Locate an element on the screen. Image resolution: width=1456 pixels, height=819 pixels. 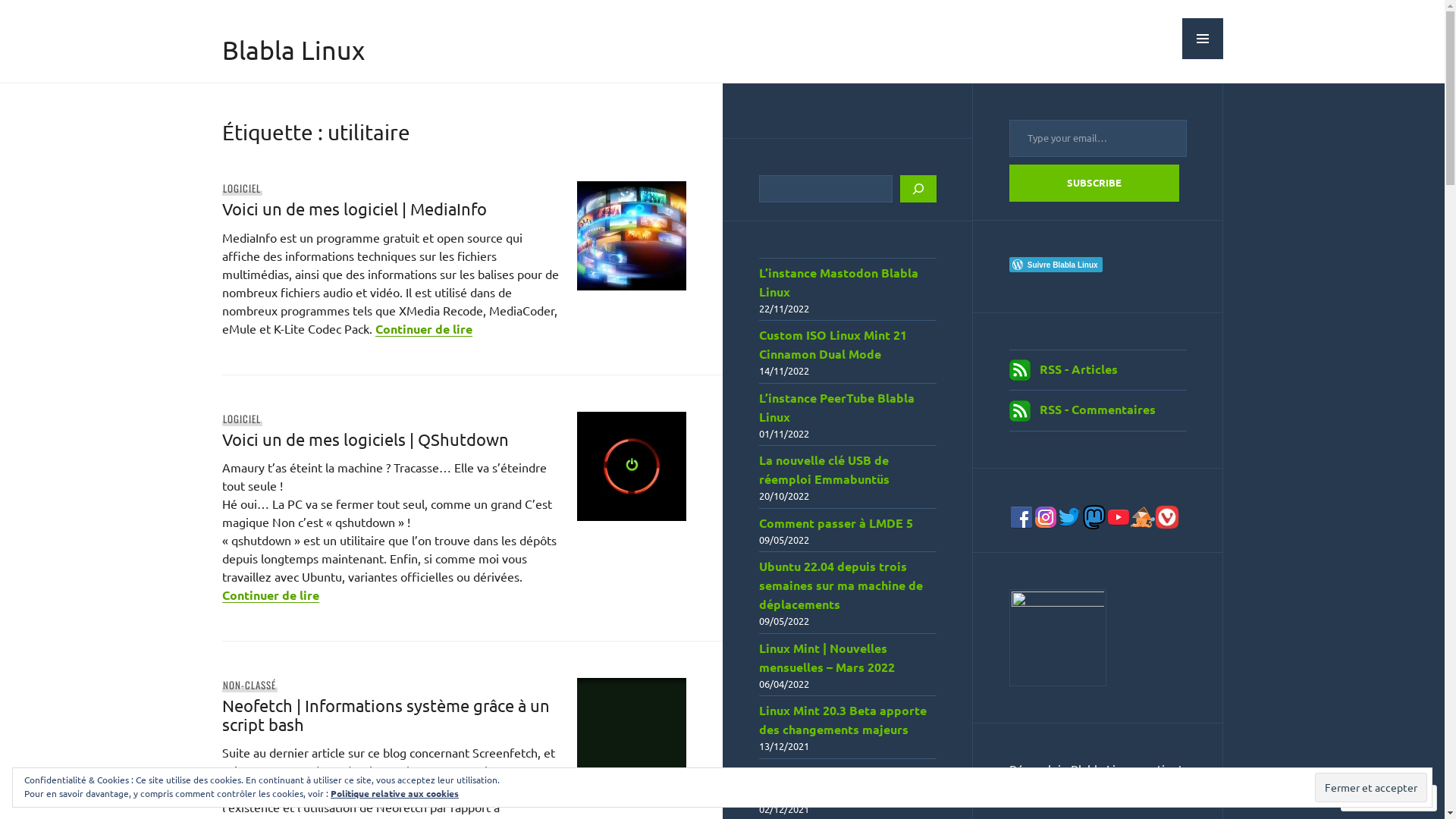
'LOGICIEL' is located at coordinates (221, 418).